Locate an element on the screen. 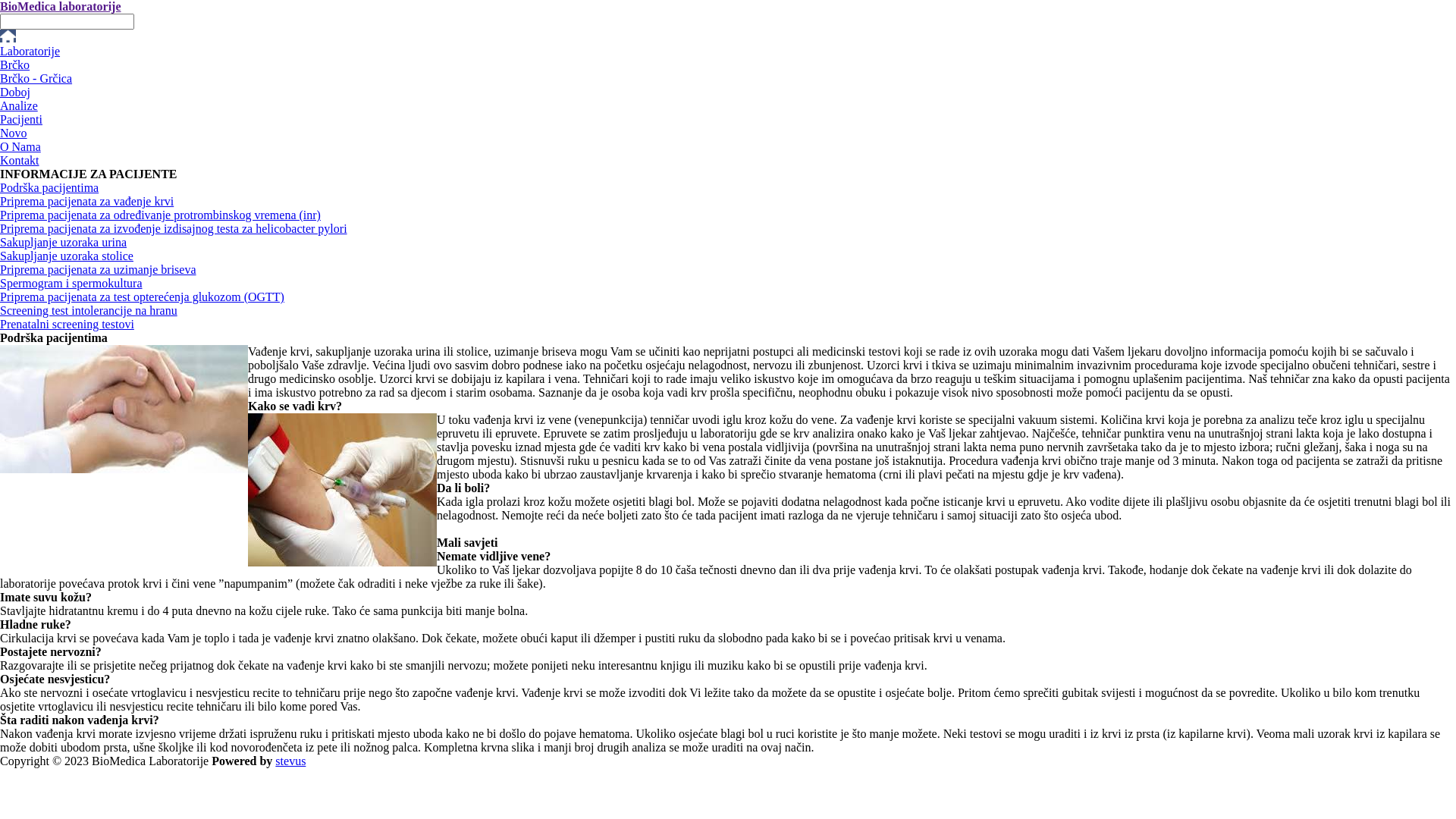 The width and height of the screenshot is (1456, 819). 'O Nama' is located at coordinates (20, 146).